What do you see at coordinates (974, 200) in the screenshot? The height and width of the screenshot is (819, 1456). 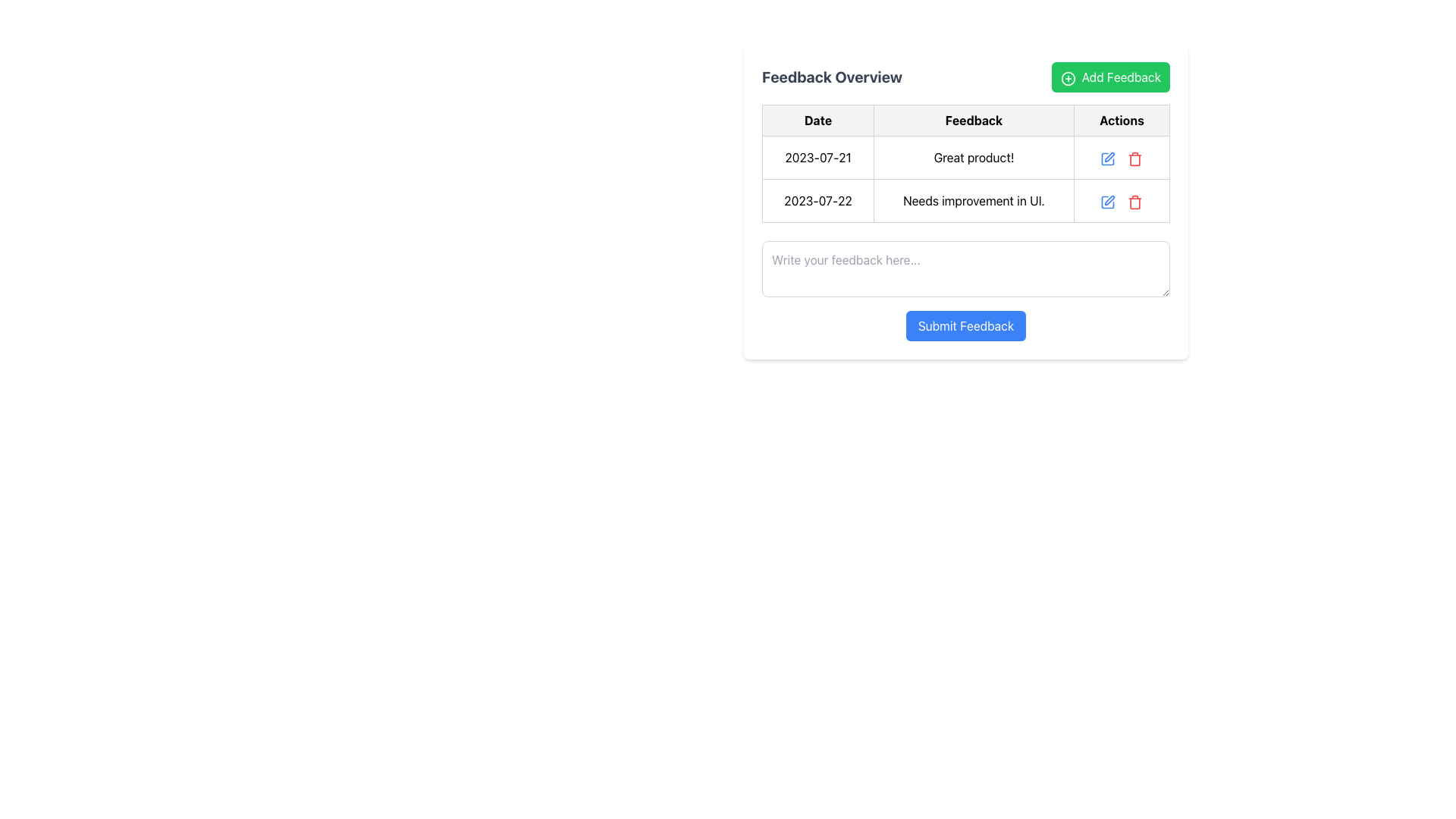 I see `the text box containing the message 'Needs improvement in UI.' located in the second row of the feedback table` at bounding box center [974, 200].